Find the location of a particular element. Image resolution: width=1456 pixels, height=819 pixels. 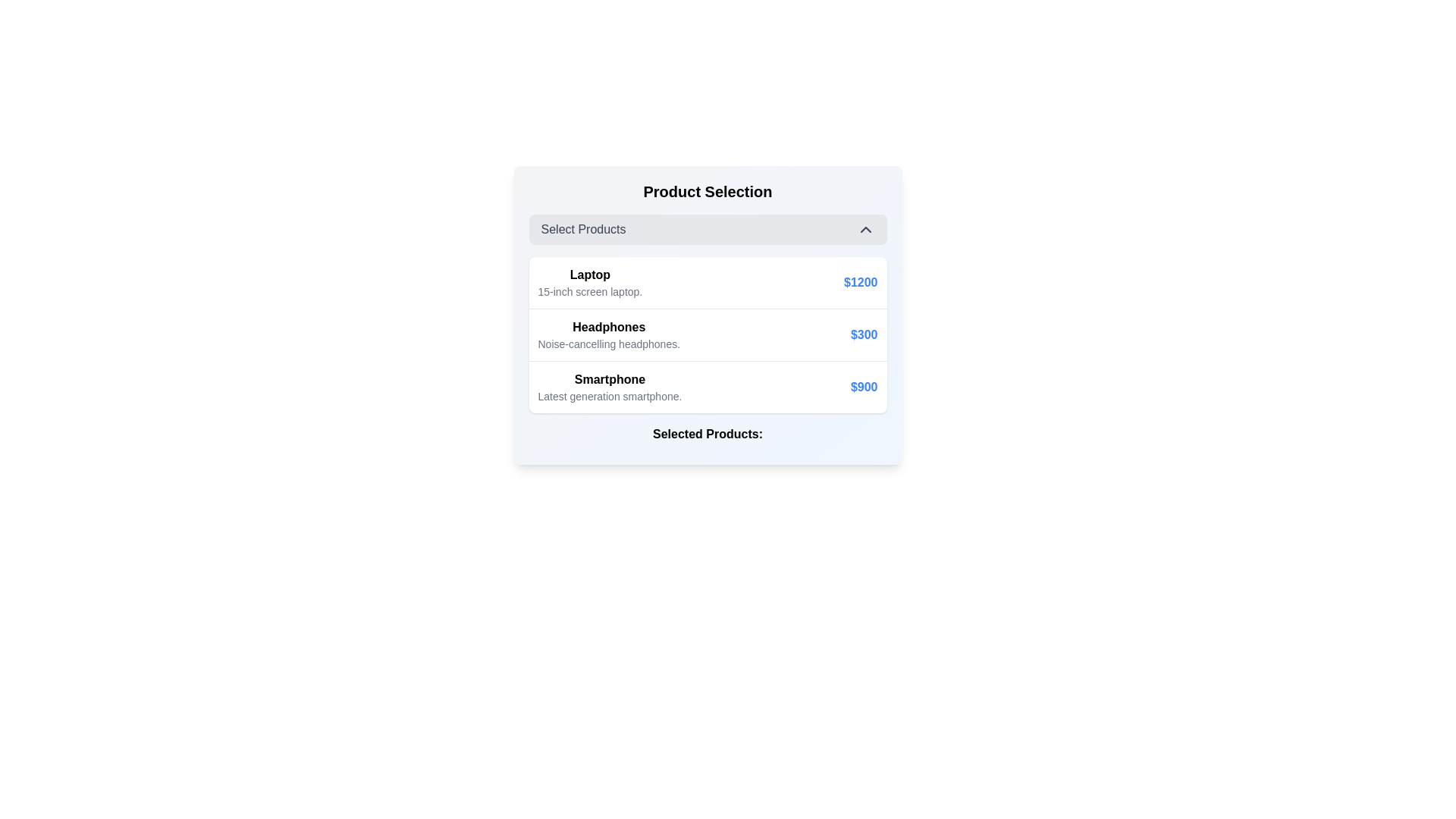

the header text indicating the purpose of the product selection section, located prominently at the top of the 'Product Selection' card layout is located at coordinates (707, 191).